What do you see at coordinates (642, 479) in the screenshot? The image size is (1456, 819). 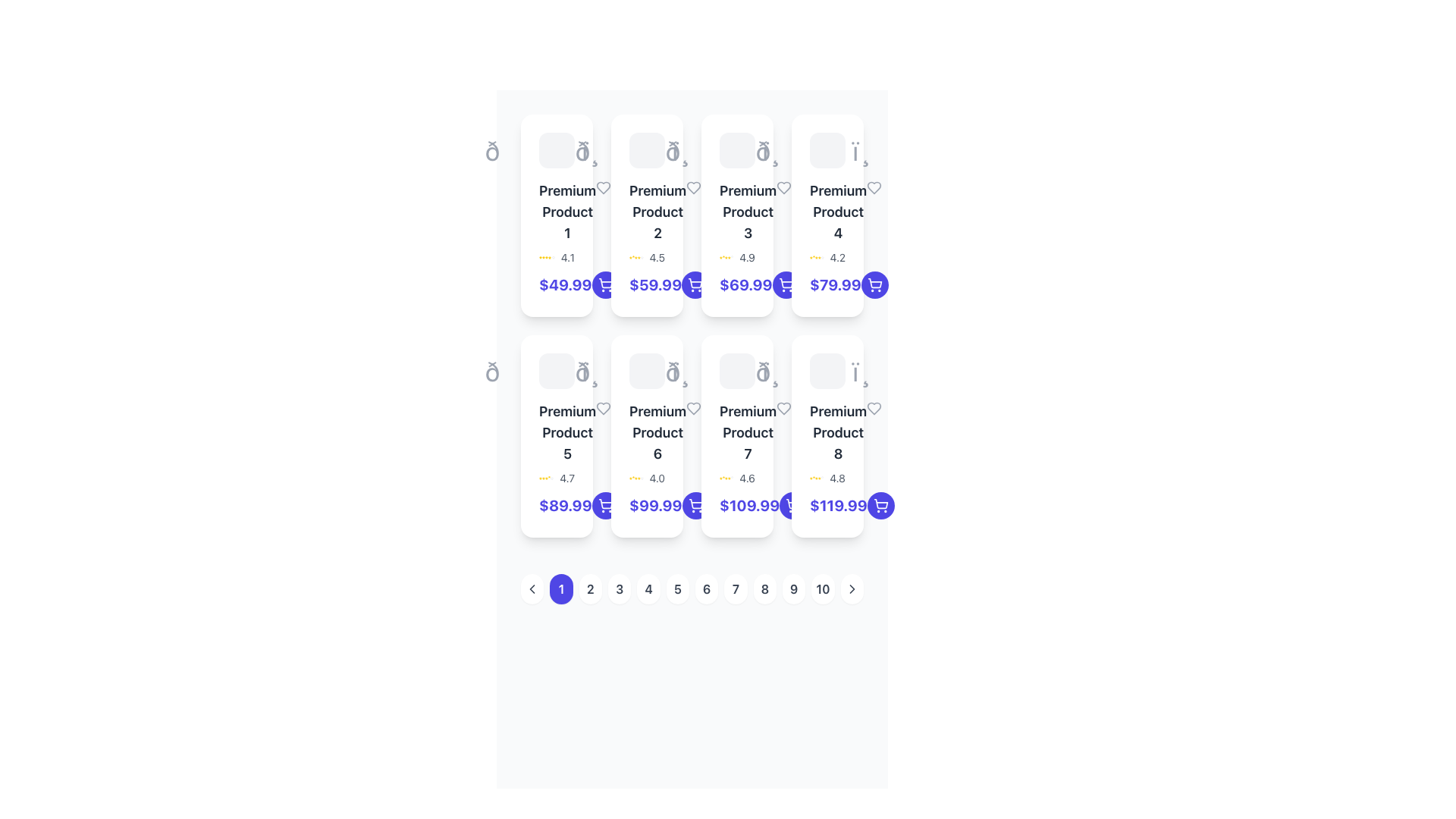 I see `the gray star icon representing the fifth star in the 5-star rating system for 'Premium Product 6', located in the second row beneath the product name and near the numerical rating '4.0'` at bounding box center [642, 479].